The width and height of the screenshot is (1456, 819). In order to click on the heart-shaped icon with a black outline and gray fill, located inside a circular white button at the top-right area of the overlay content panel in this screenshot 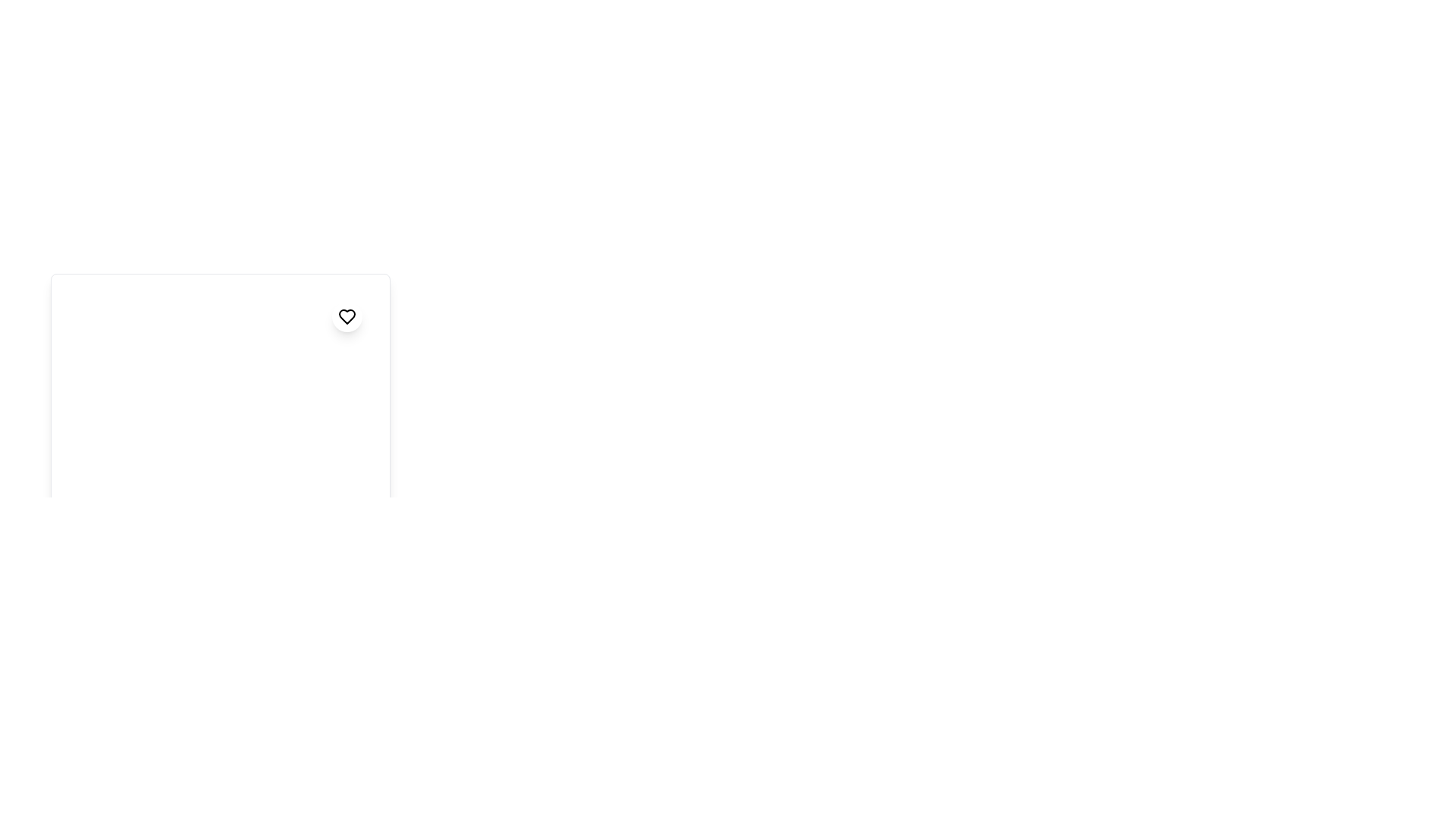, I will do `click(346, 315)`.